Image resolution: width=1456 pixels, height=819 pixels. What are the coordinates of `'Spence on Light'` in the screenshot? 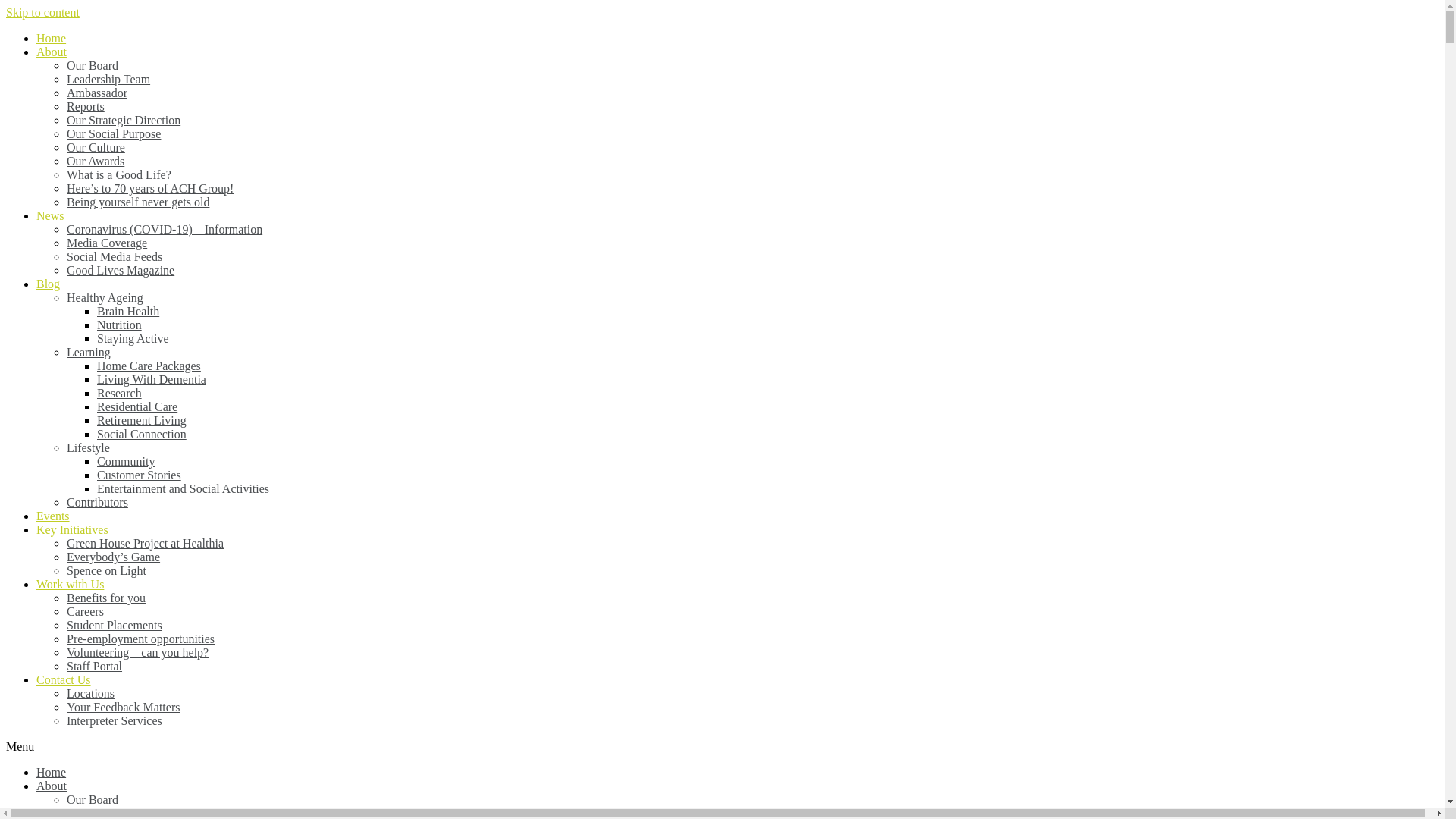 It's located at (65, 570).